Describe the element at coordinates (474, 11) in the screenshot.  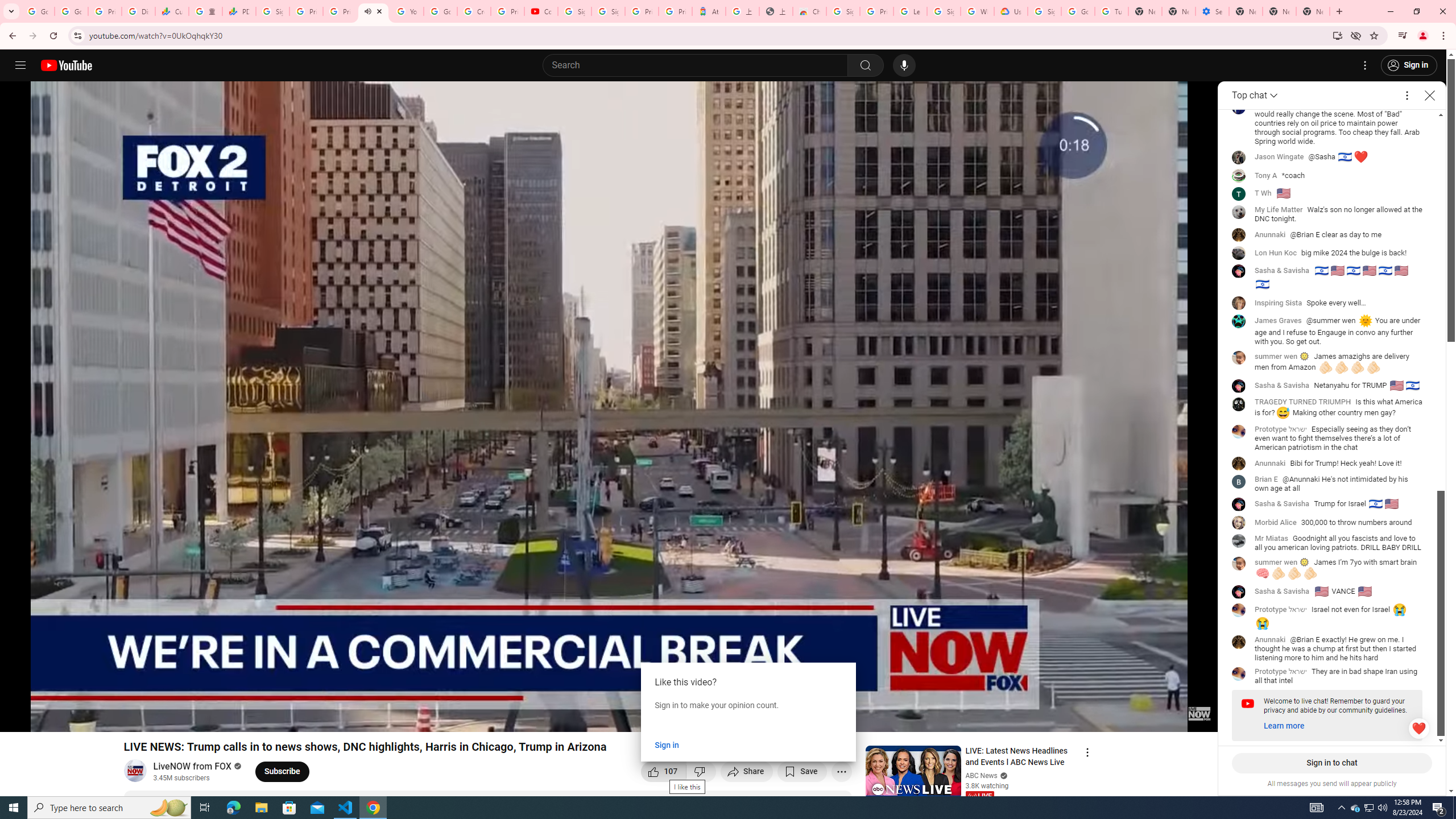
I see `'Create your Google Account'` at that location.